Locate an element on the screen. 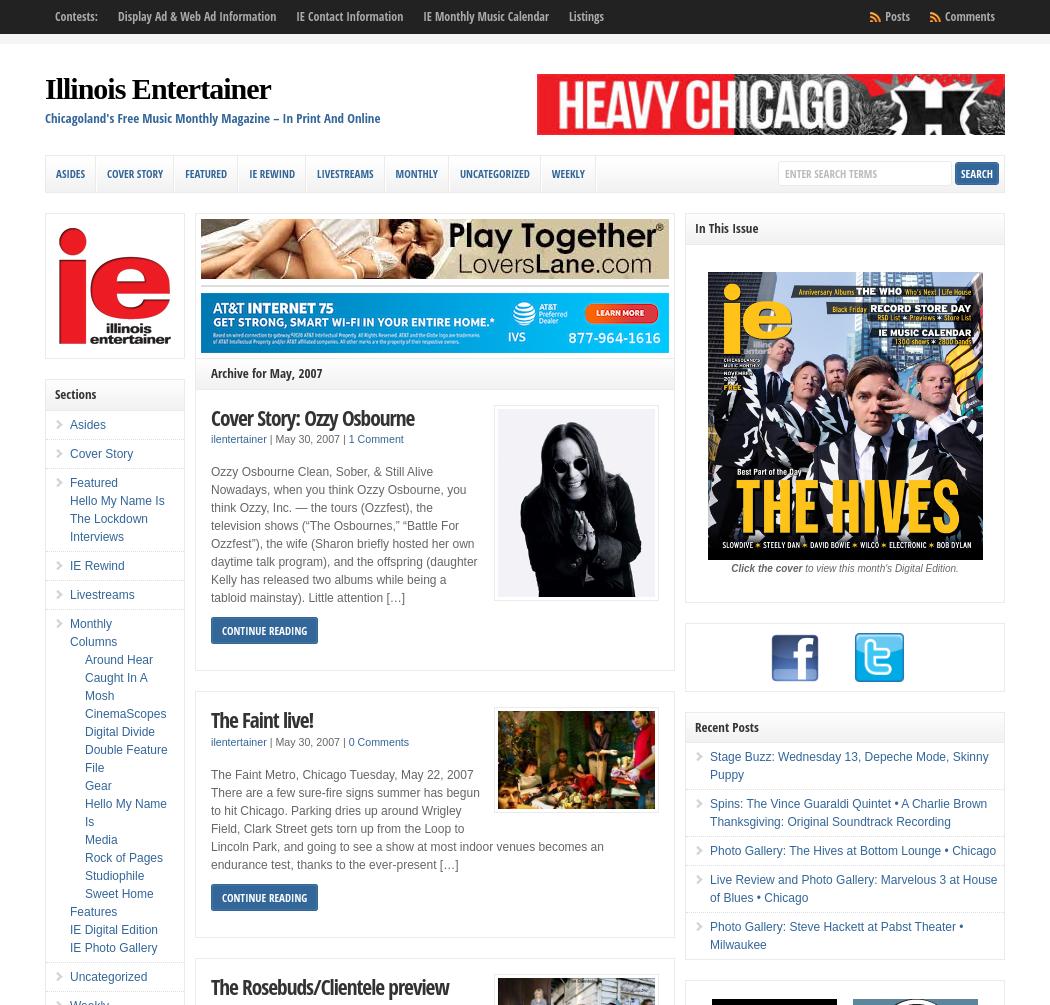 The height and width of the screenshot is (1005, 1050). 'Sections' is located at coordinates (75, 393).